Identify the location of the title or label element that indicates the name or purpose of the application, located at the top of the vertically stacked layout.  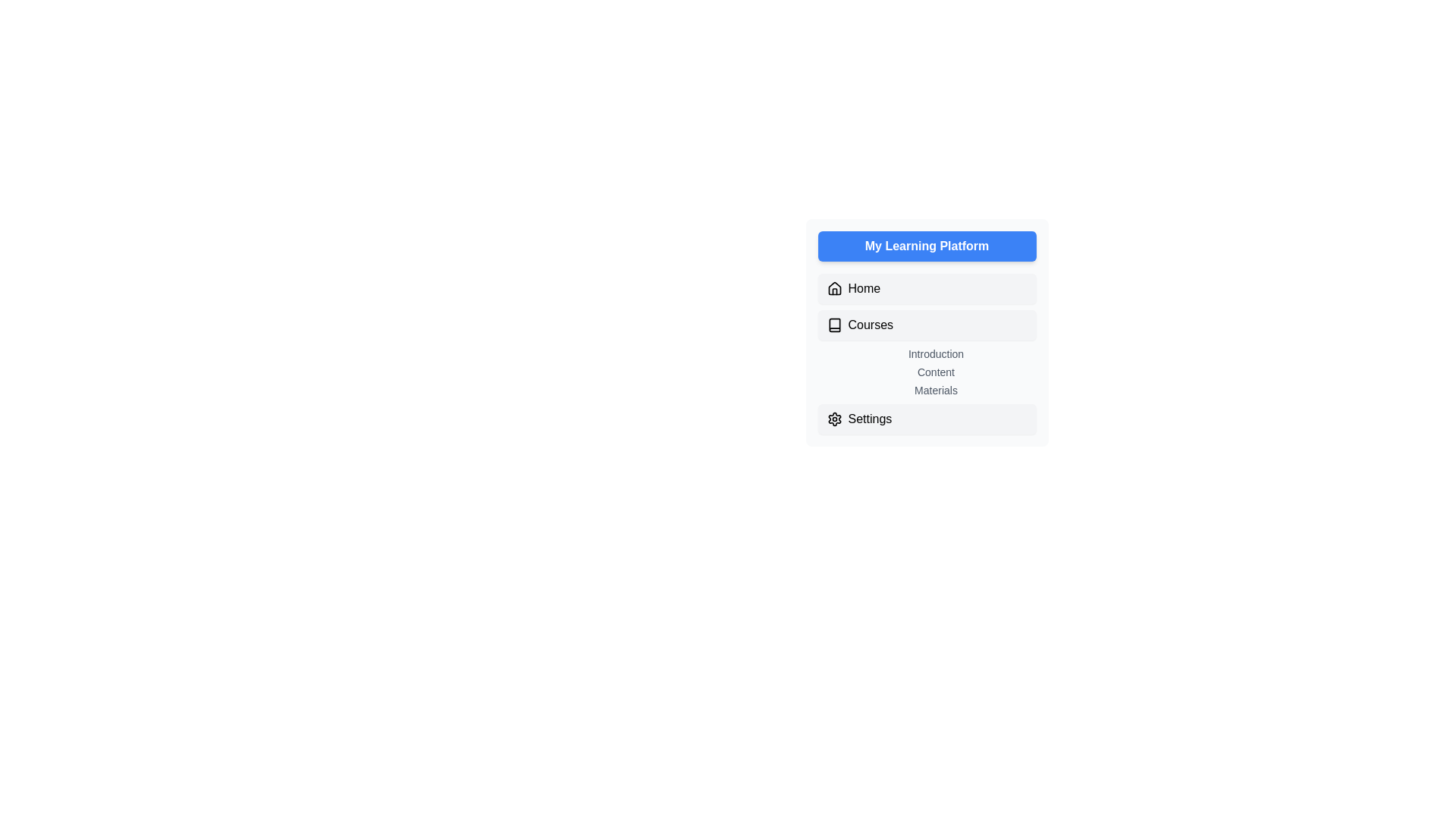
(926, 245).